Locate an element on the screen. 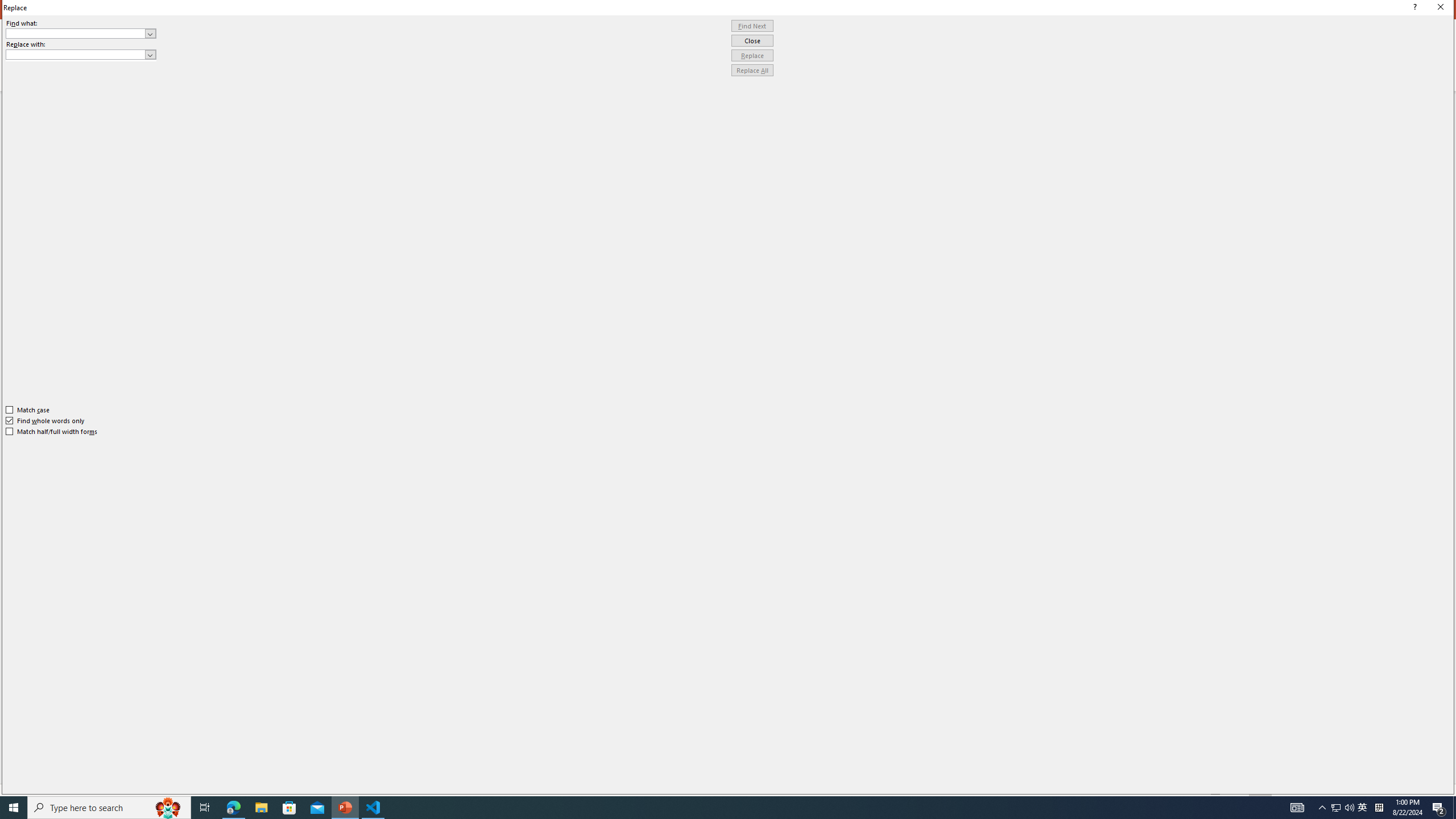 The width and height of the screenshot is (1456, 819). 'Replace with' is located at coordinates (81, 54).